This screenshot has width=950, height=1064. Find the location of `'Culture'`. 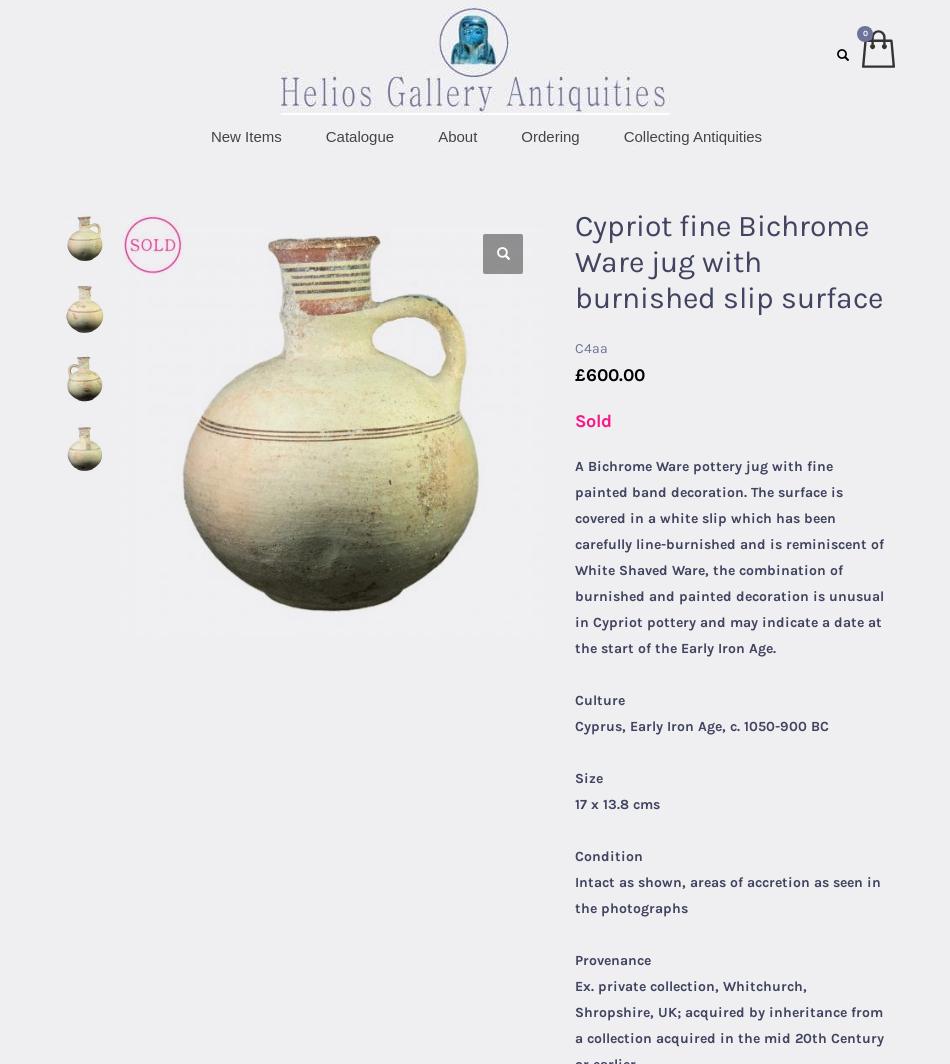

'Culture' is located at coordinates (600, 700).